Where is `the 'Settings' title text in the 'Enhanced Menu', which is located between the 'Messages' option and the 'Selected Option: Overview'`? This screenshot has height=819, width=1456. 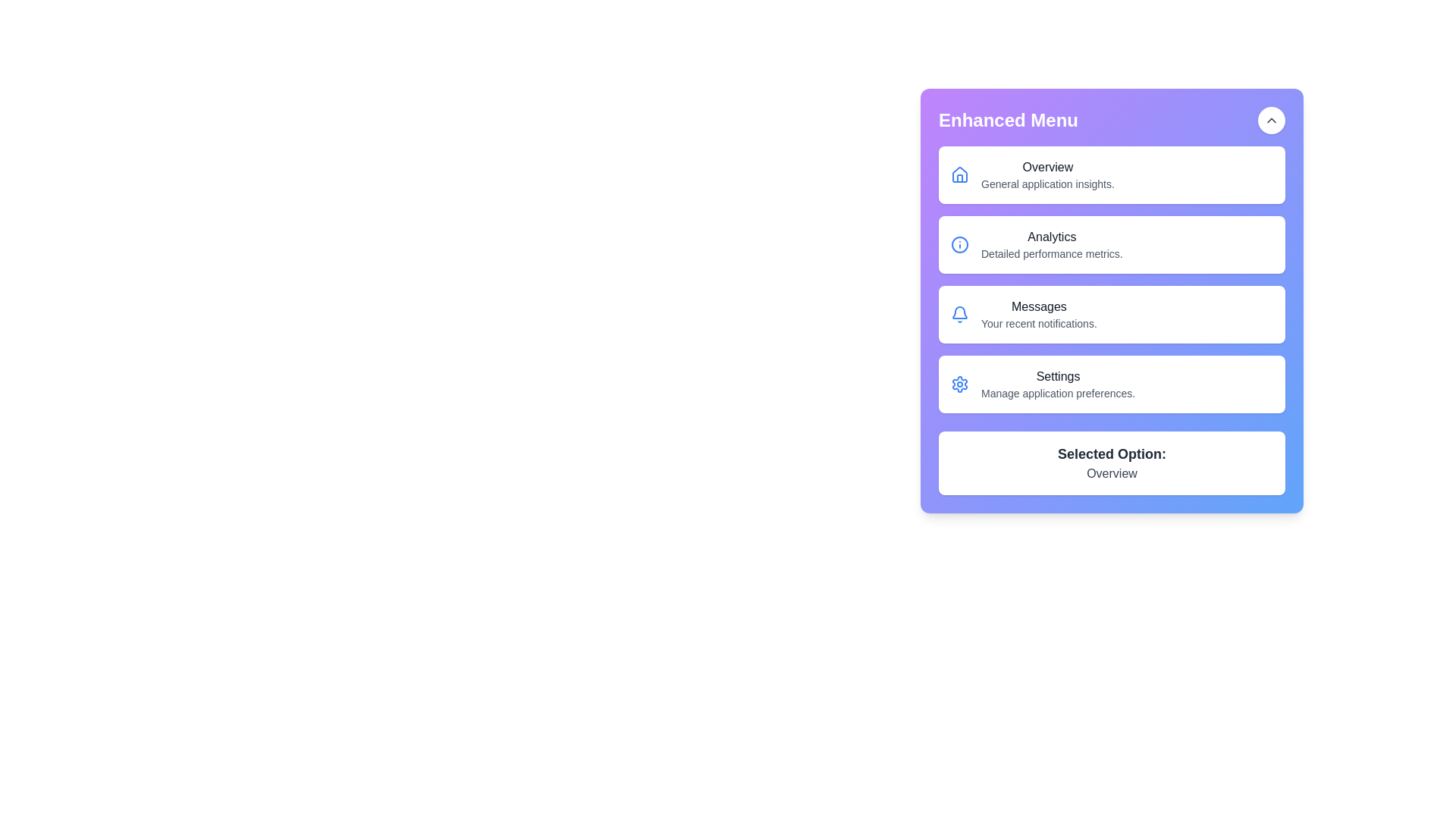
the 'Settings' title text in the 'Enhanced Menu', which is located between the 'Messages' option and the 'Selected Option: Overview' is located at coordinates (1057, 376).